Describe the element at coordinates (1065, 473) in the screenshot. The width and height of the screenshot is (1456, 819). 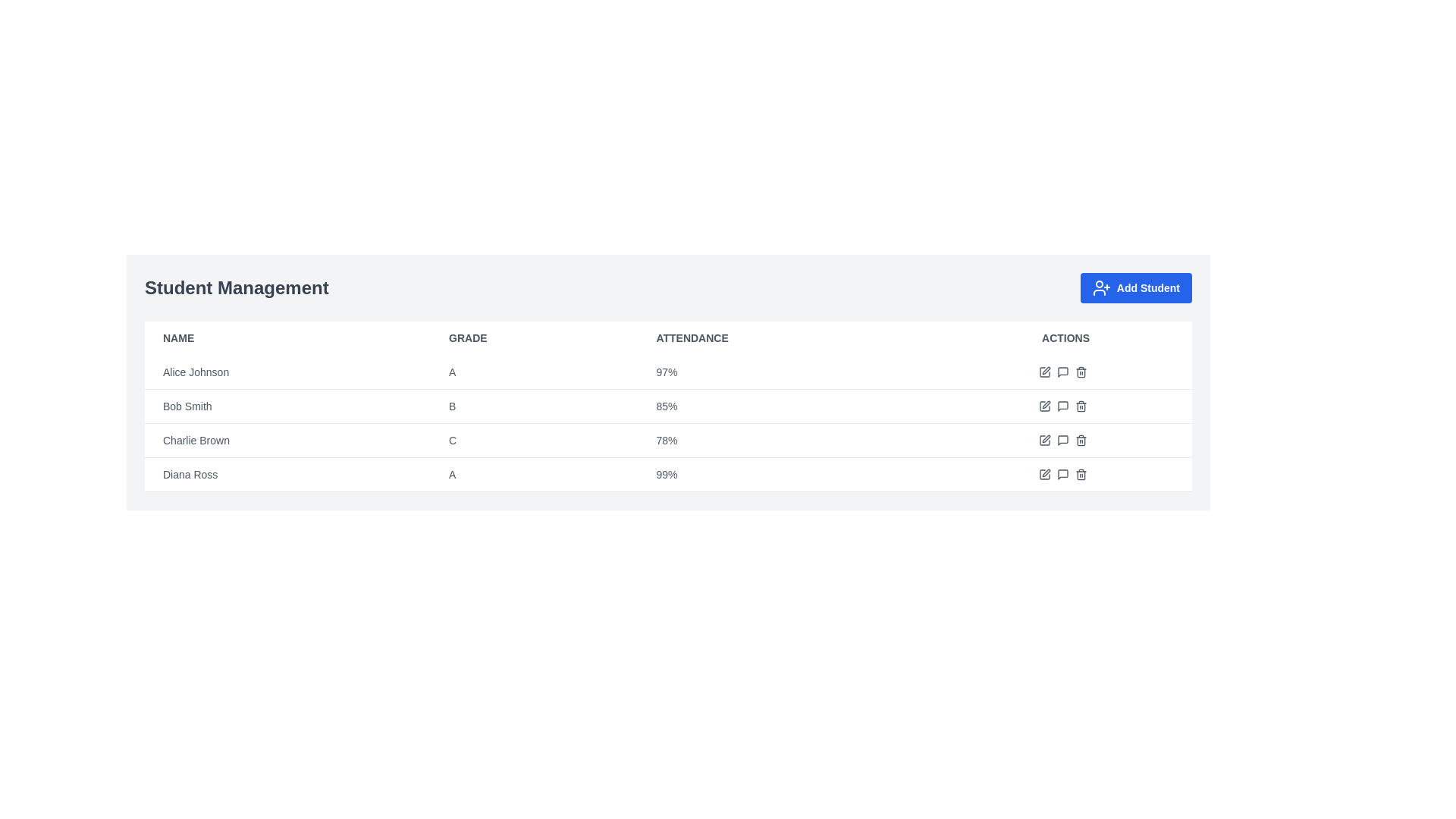
I see `the 'edit' icon in the Actions column of the table row corresponding to 'Diana Ross' to modify the row data` at that location.